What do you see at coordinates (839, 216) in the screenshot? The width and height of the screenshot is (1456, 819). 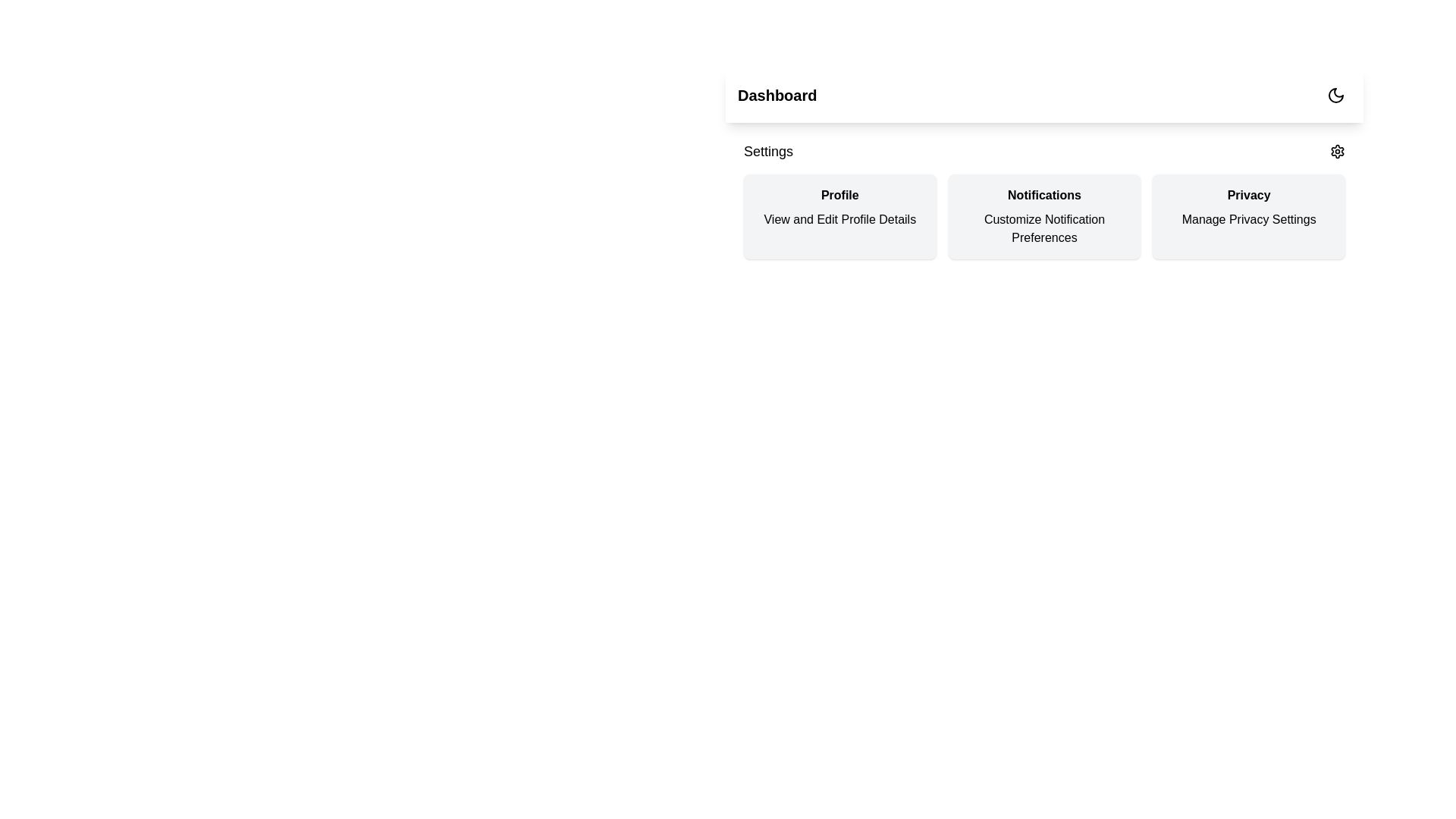 I see `the profile management card located in the top-left corner of the three-column section, positioned to the left of the 'Notifications' card and above the 'Privacy' card` at bounding box center [839, 216].